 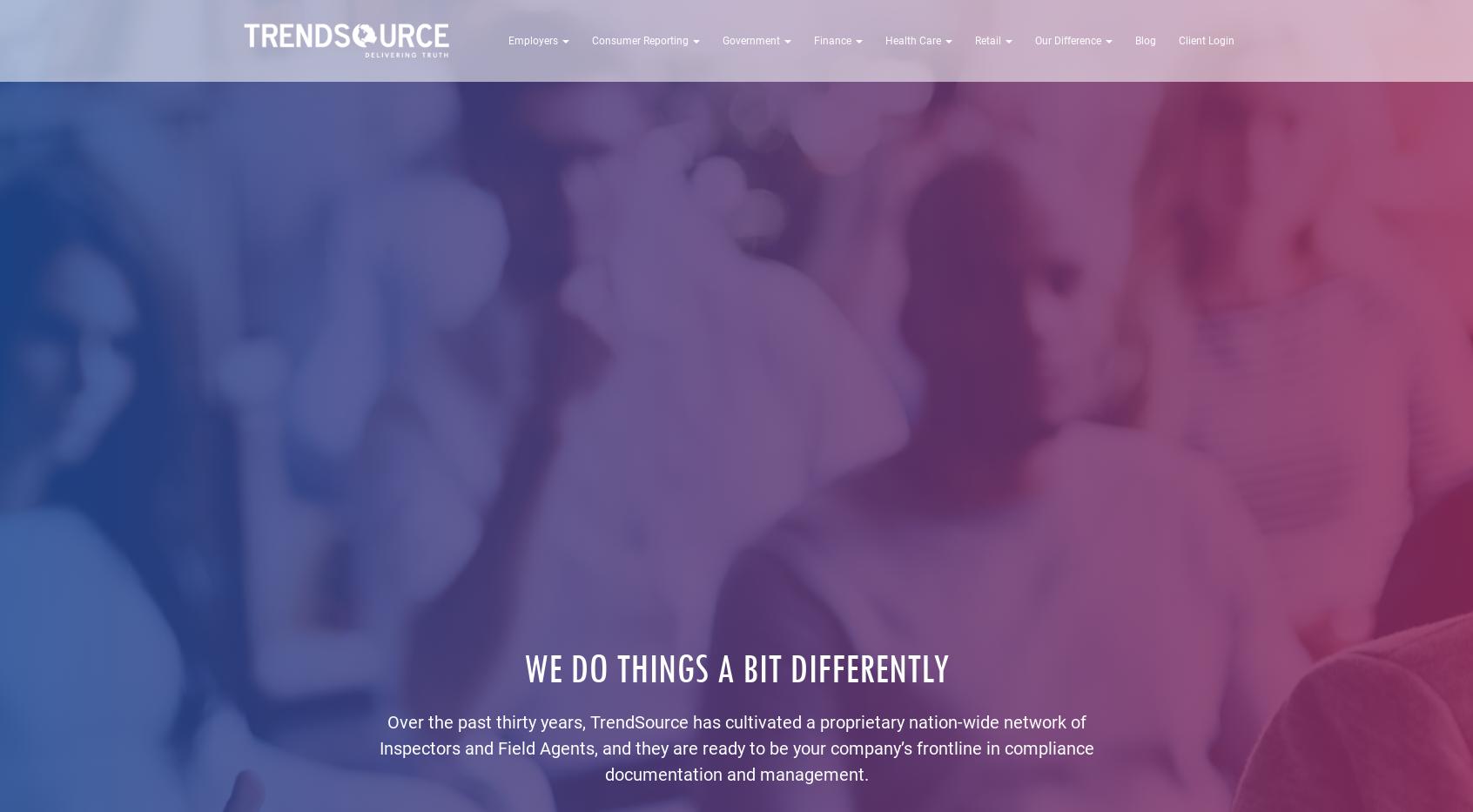 I want to click on 'CMS Appointments and Events Audits', so click(x=857, y=146).